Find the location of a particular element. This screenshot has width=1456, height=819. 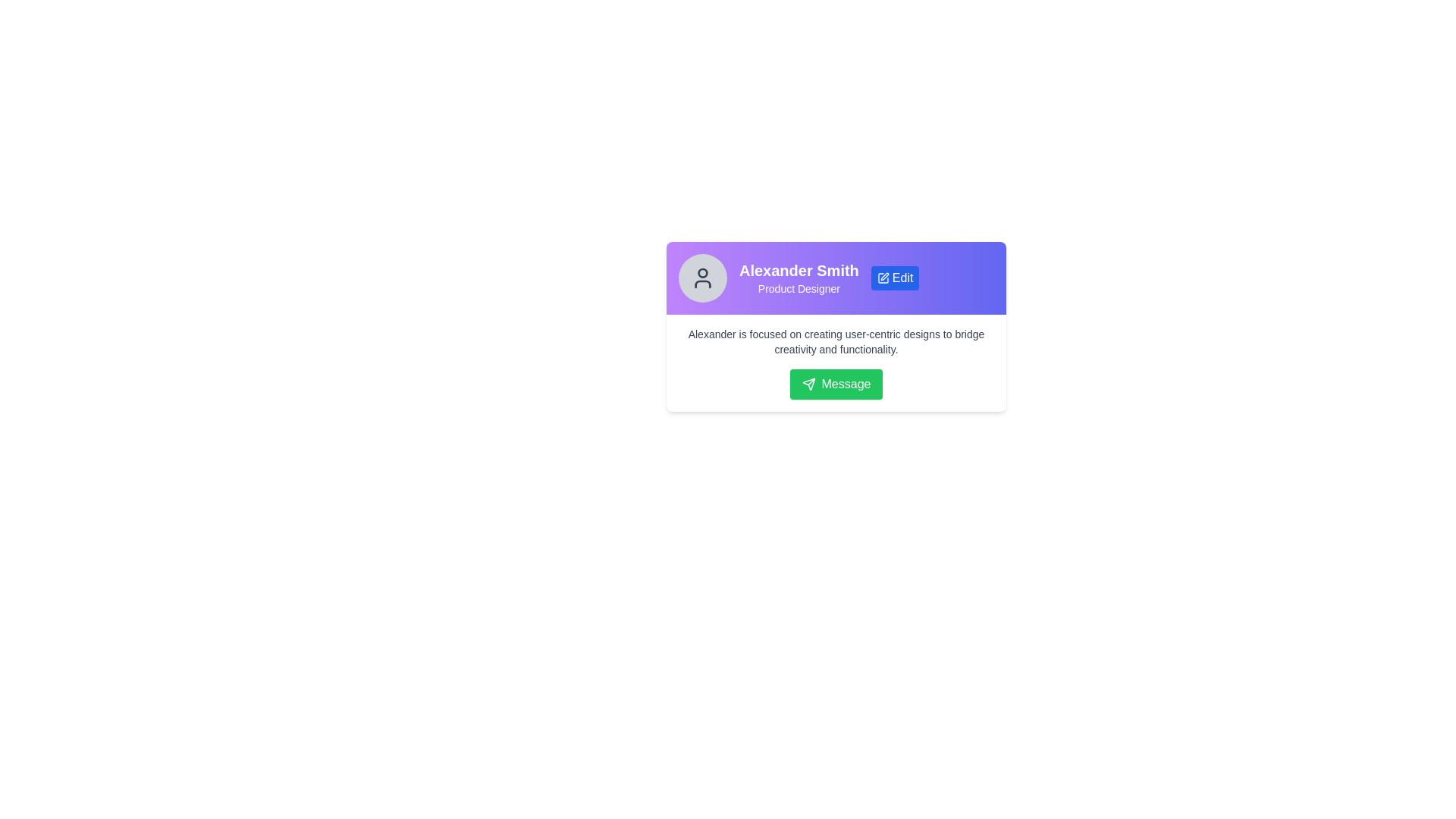

text content of the small text label displaying 'Product Designer' located below the name 'Alexander Smith' in the profile card is located at coordinates (798, 289).